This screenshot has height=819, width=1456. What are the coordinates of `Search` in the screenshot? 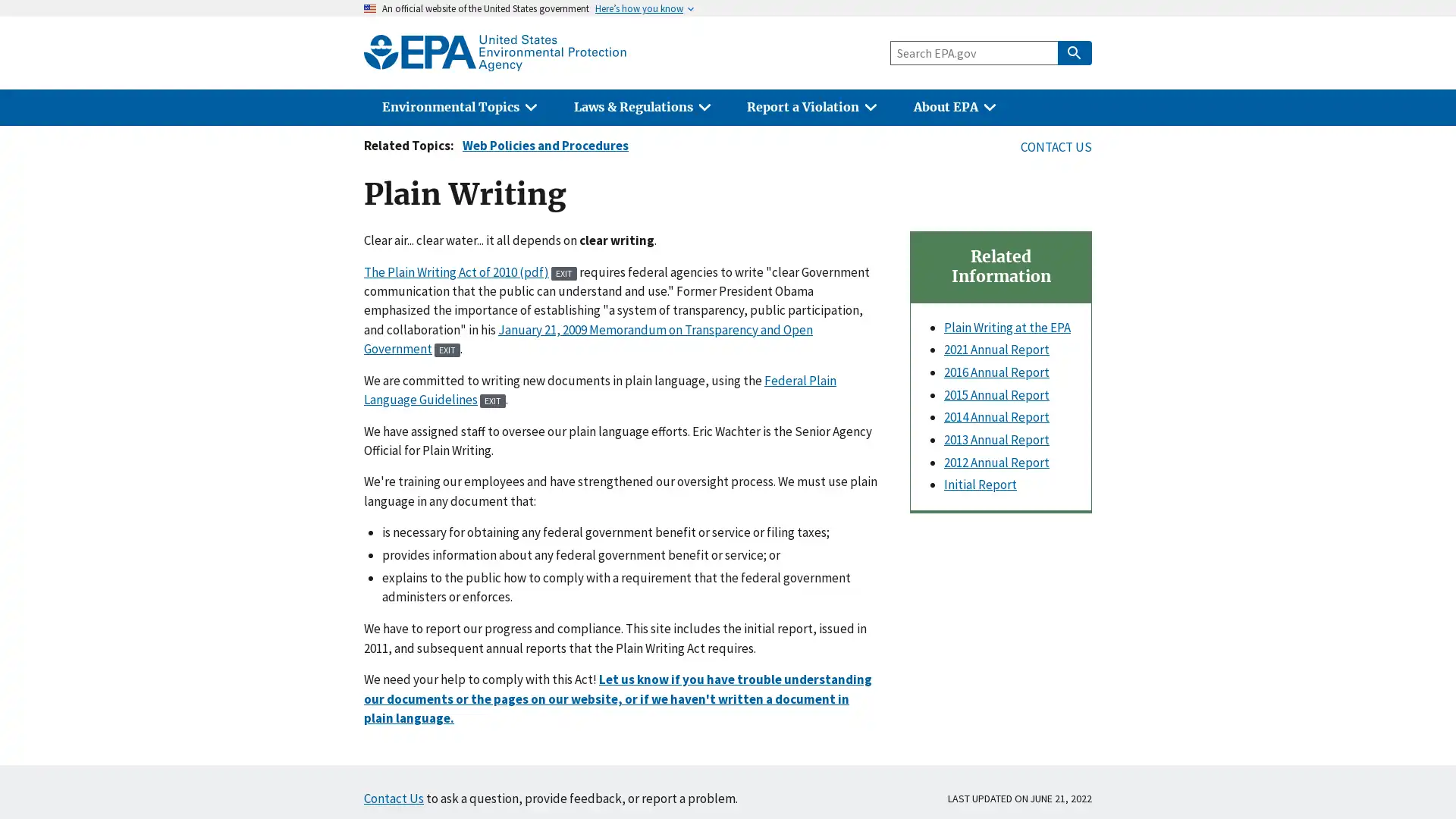 It's located at (1073, 52).